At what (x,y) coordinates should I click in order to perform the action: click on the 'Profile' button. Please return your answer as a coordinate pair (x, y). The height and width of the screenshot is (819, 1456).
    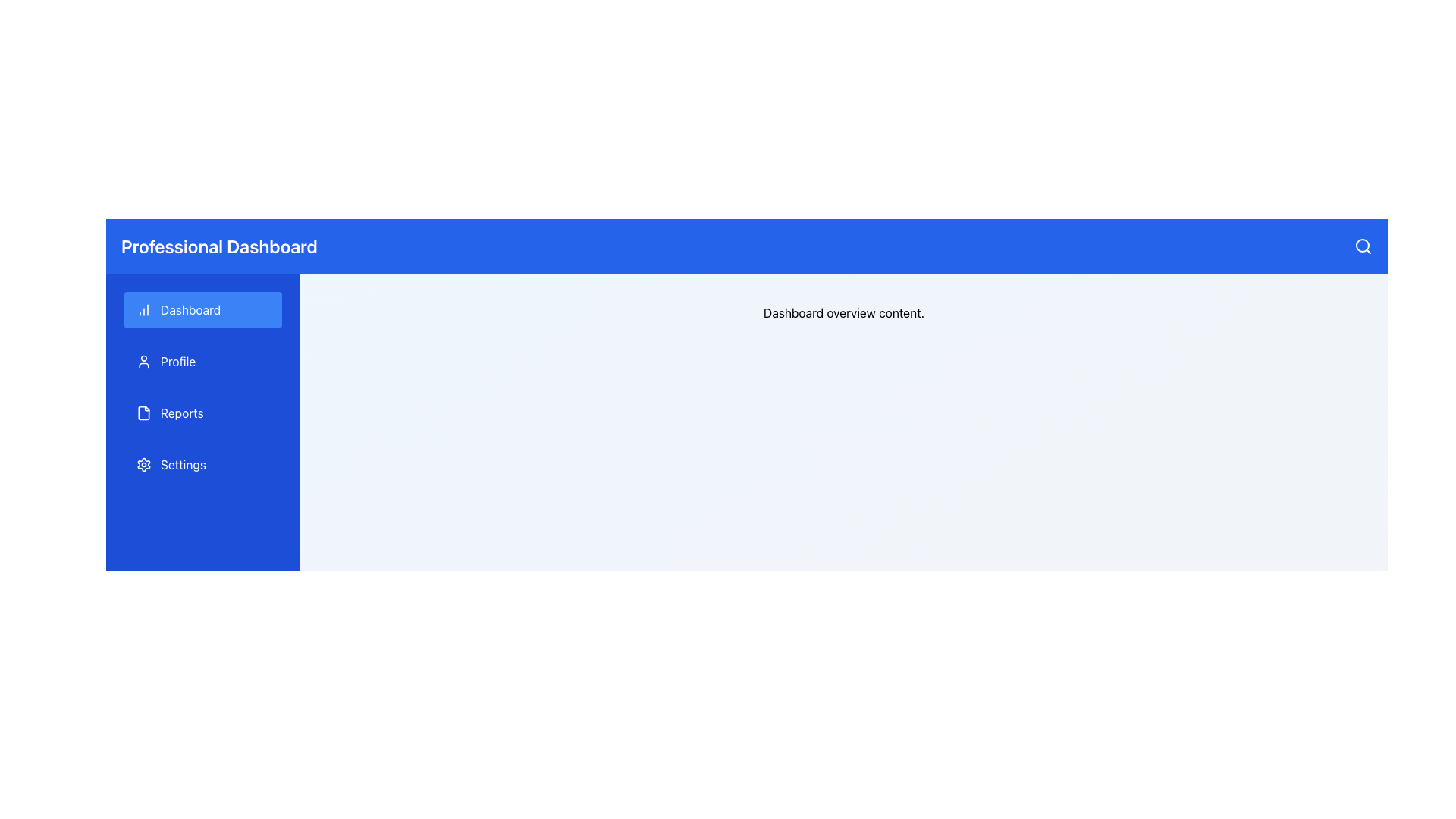
    Looking at the image, I should click on (202, 362).